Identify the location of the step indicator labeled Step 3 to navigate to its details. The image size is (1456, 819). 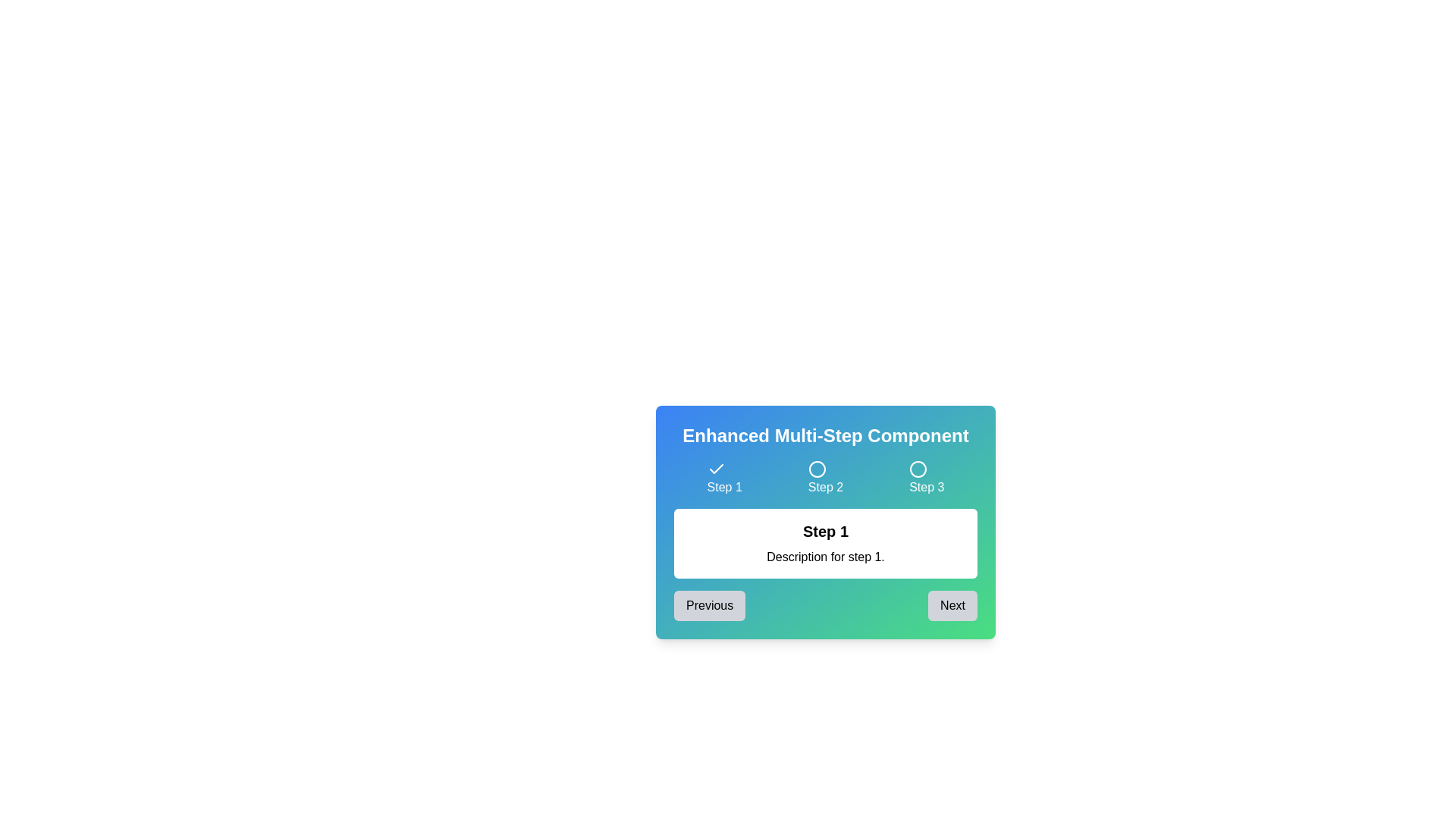
(926, 479).